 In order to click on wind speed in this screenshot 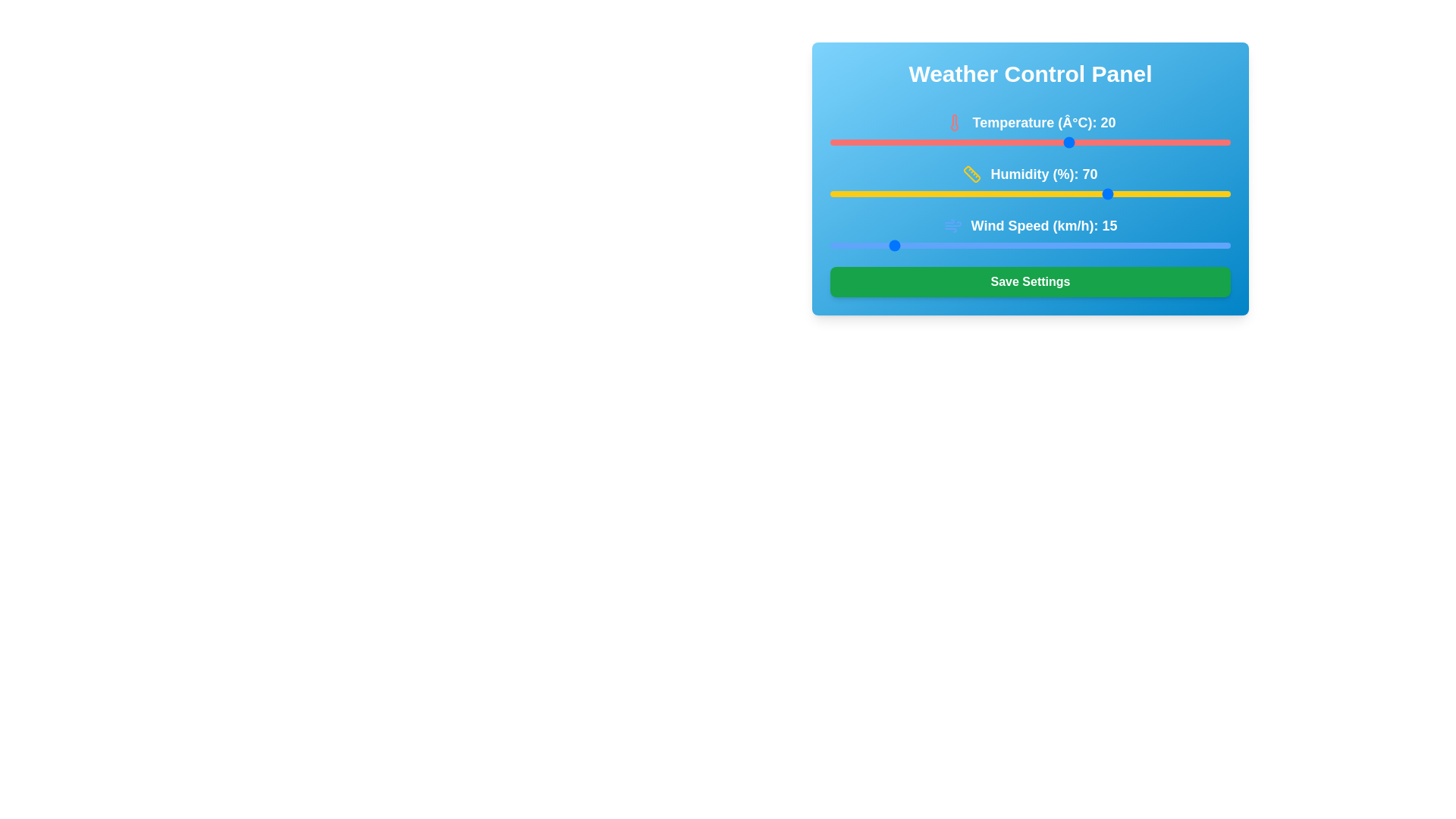, I will do `click(941, 245)`.